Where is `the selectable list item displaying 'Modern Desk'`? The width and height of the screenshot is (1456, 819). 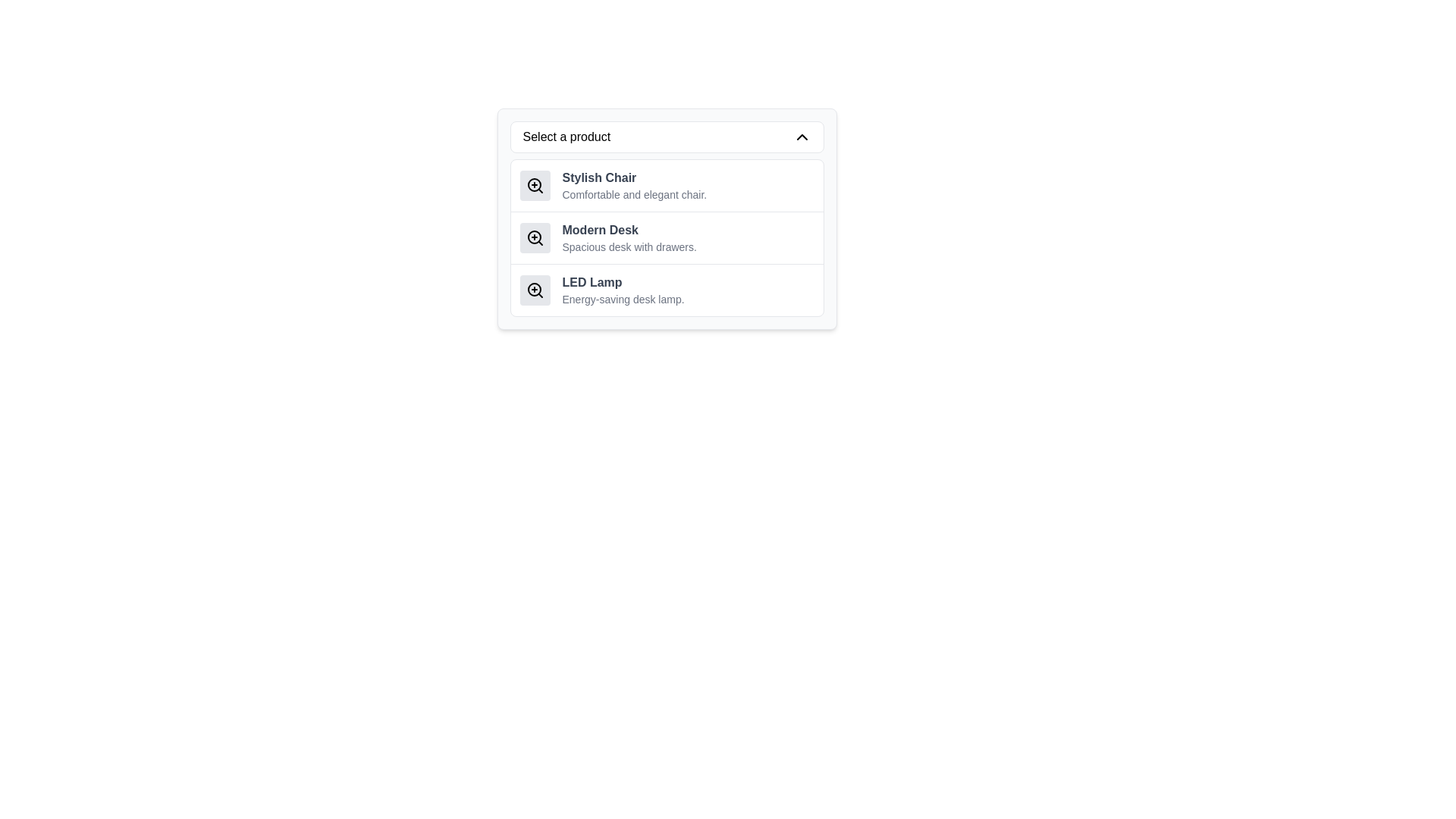 the selectable list item displaying 'Modern Desk' is located at coordinates (667, 219).